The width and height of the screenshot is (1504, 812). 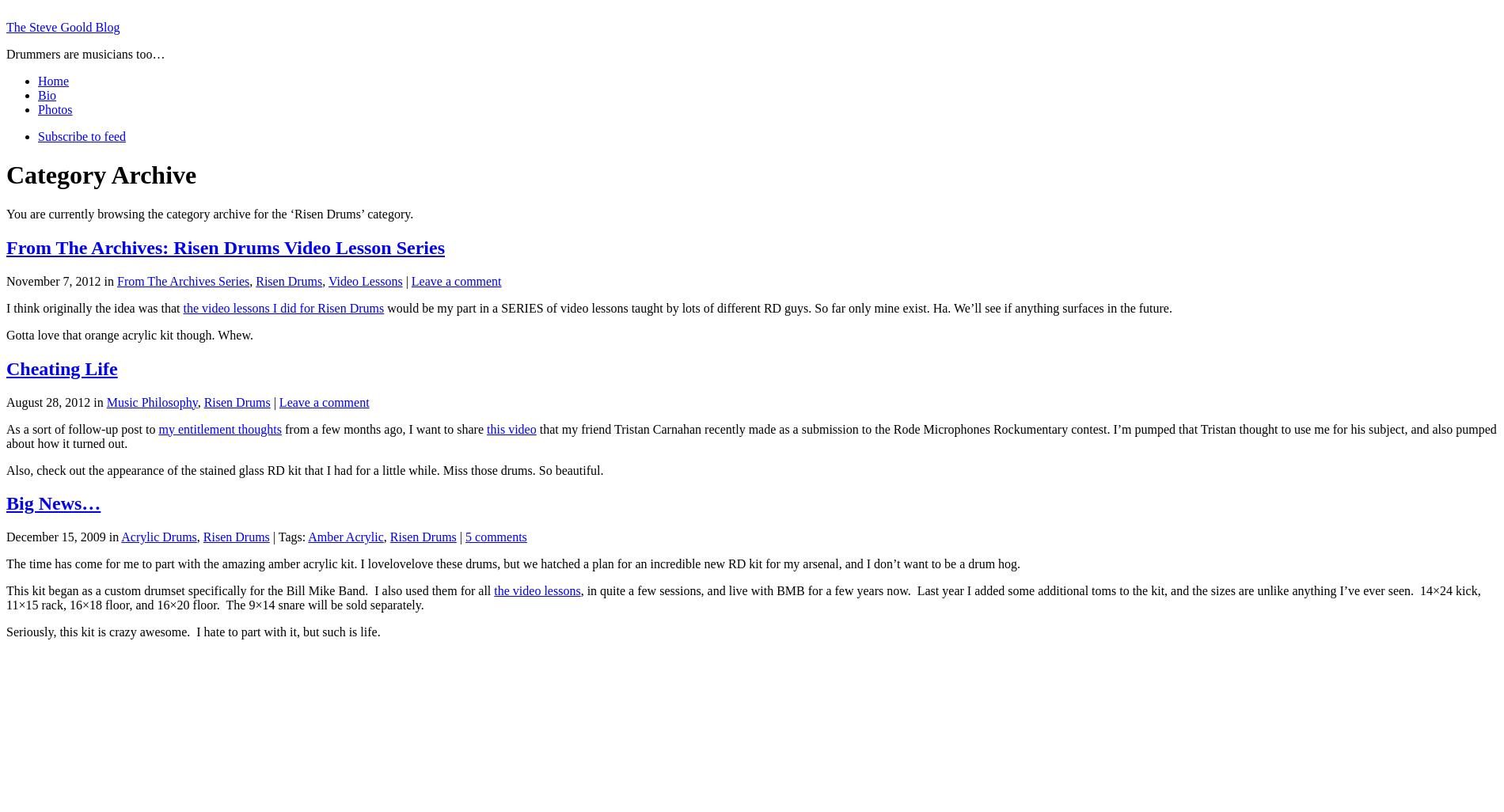 What do you see at coordinates (218, 428) in the screenshot?
I see `'my entitlement thoughts'` at bounding box center [218, 428].